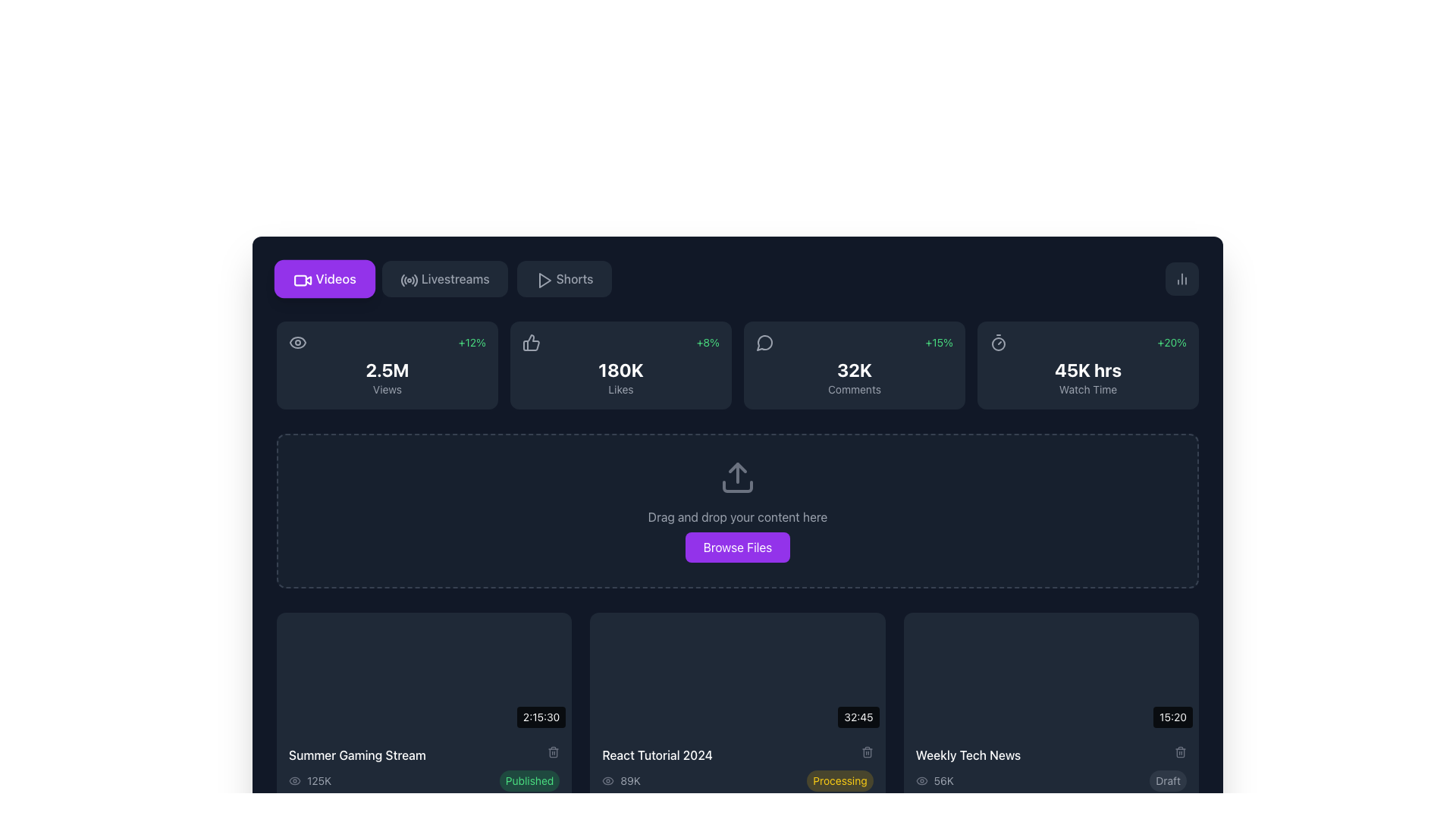 The height and width of the screenshot is (819, 1456). Describe the element at coordinates (454, 278) in the screenshot. I see `the text label displaying 'Livestreams', which is styled in gray and is part of a selectable menu group located between 'Videos' and 'Shorts'` at that location.